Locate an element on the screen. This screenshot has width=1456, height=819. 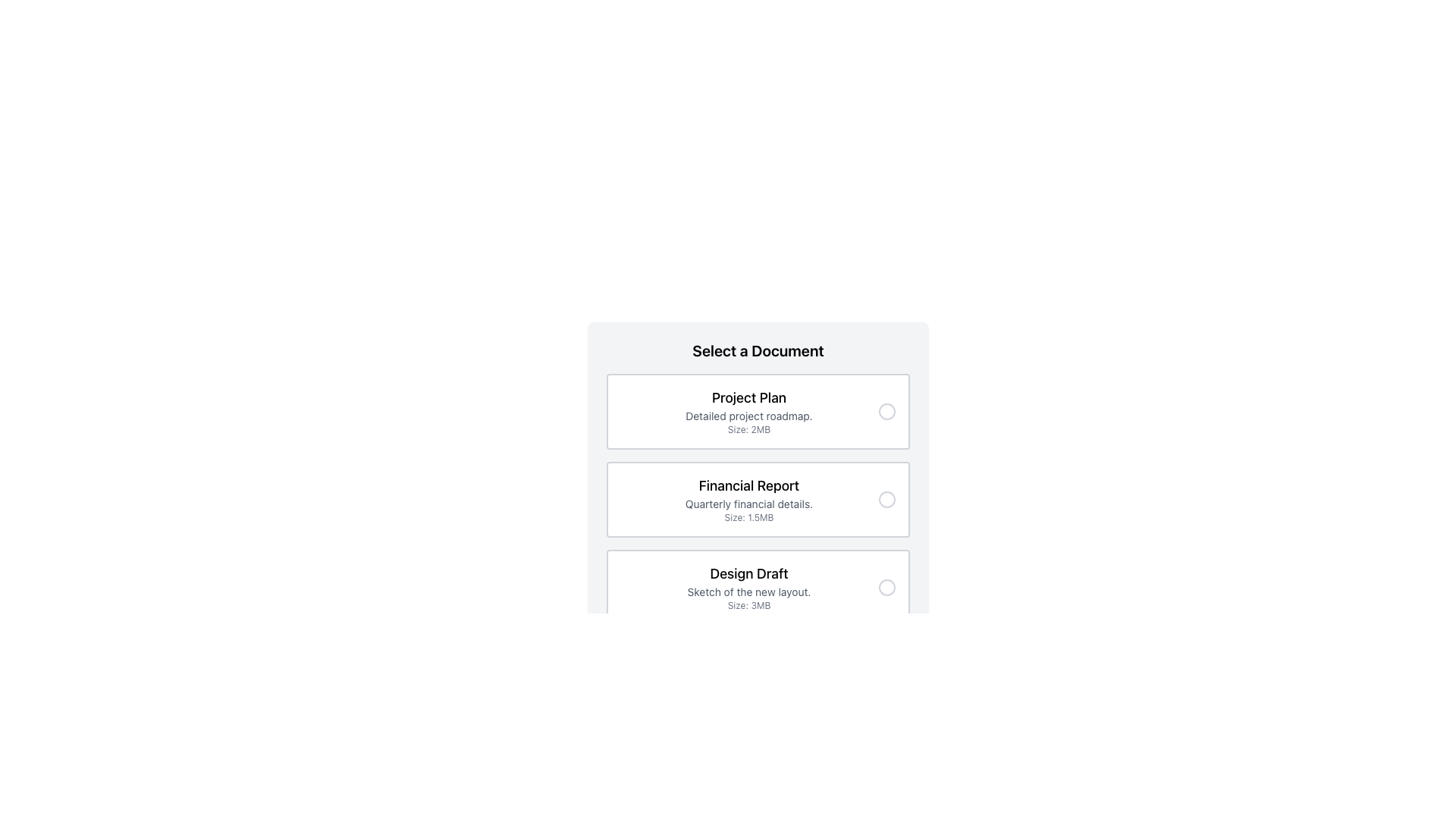
the text block containing 'Project Plan', 'Detailed project roadmap.', and 'Size: 2MB', which is the first content block in a list of items is located at coordinates (749, 412).